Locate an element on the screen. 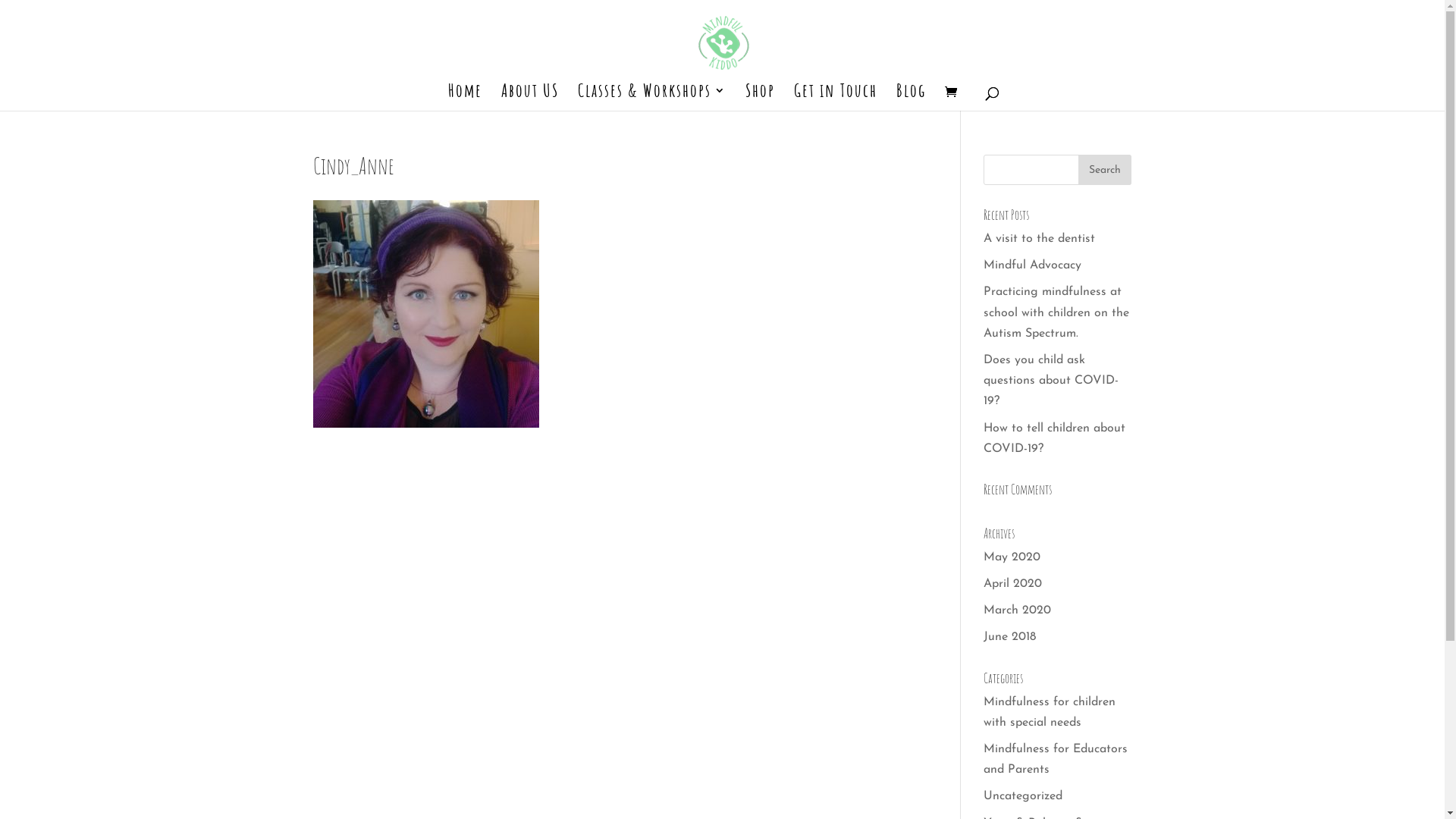  'Mindful Advocacy' is located at coordinates (983, 265).